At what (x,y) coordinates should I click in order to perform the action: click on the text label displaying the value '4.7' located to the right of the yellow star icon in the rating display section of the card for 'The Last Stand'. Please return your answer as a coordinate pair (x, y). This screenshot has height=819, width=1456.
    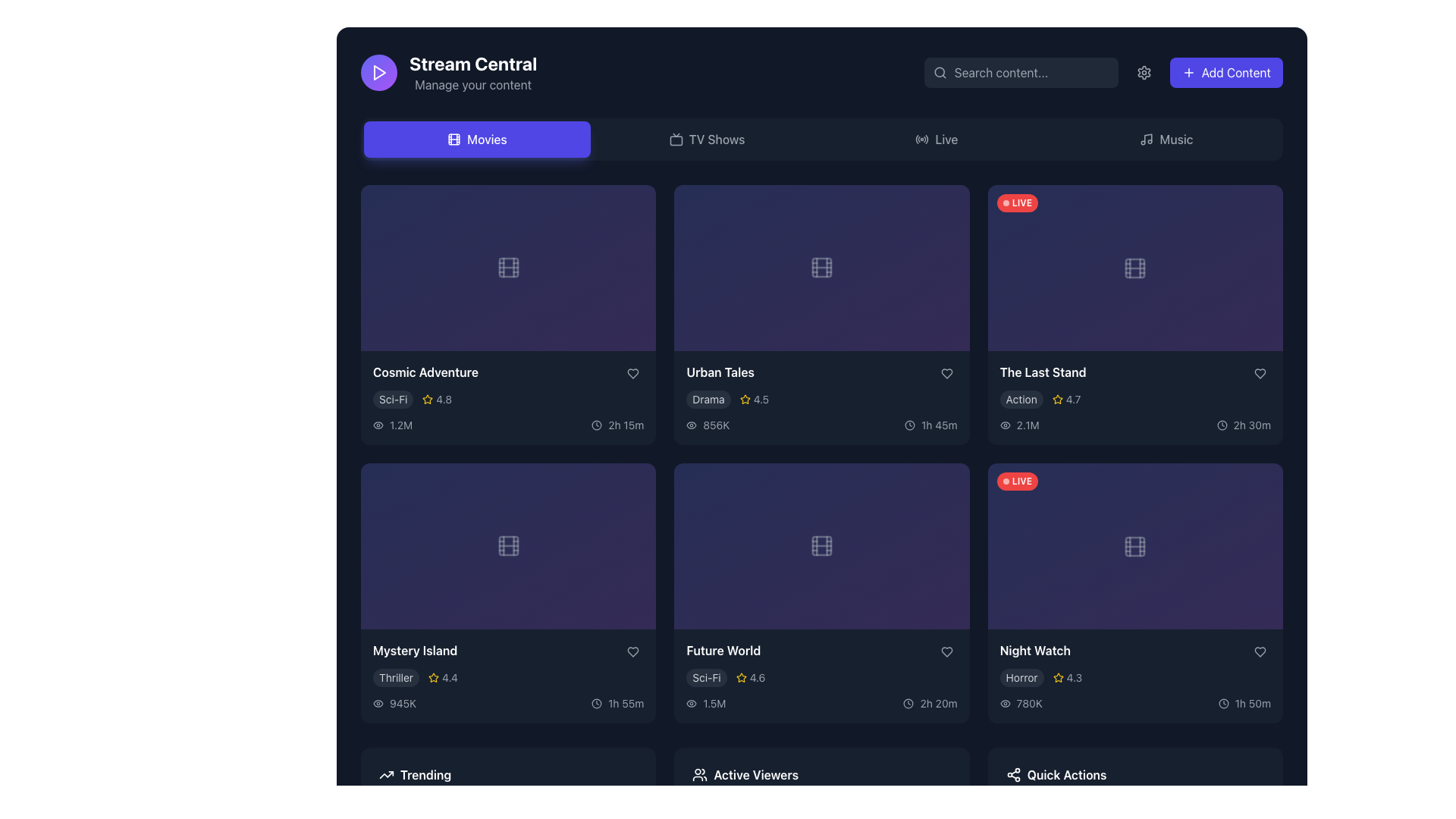
    Looking at the image, I should click on (1072, 399).